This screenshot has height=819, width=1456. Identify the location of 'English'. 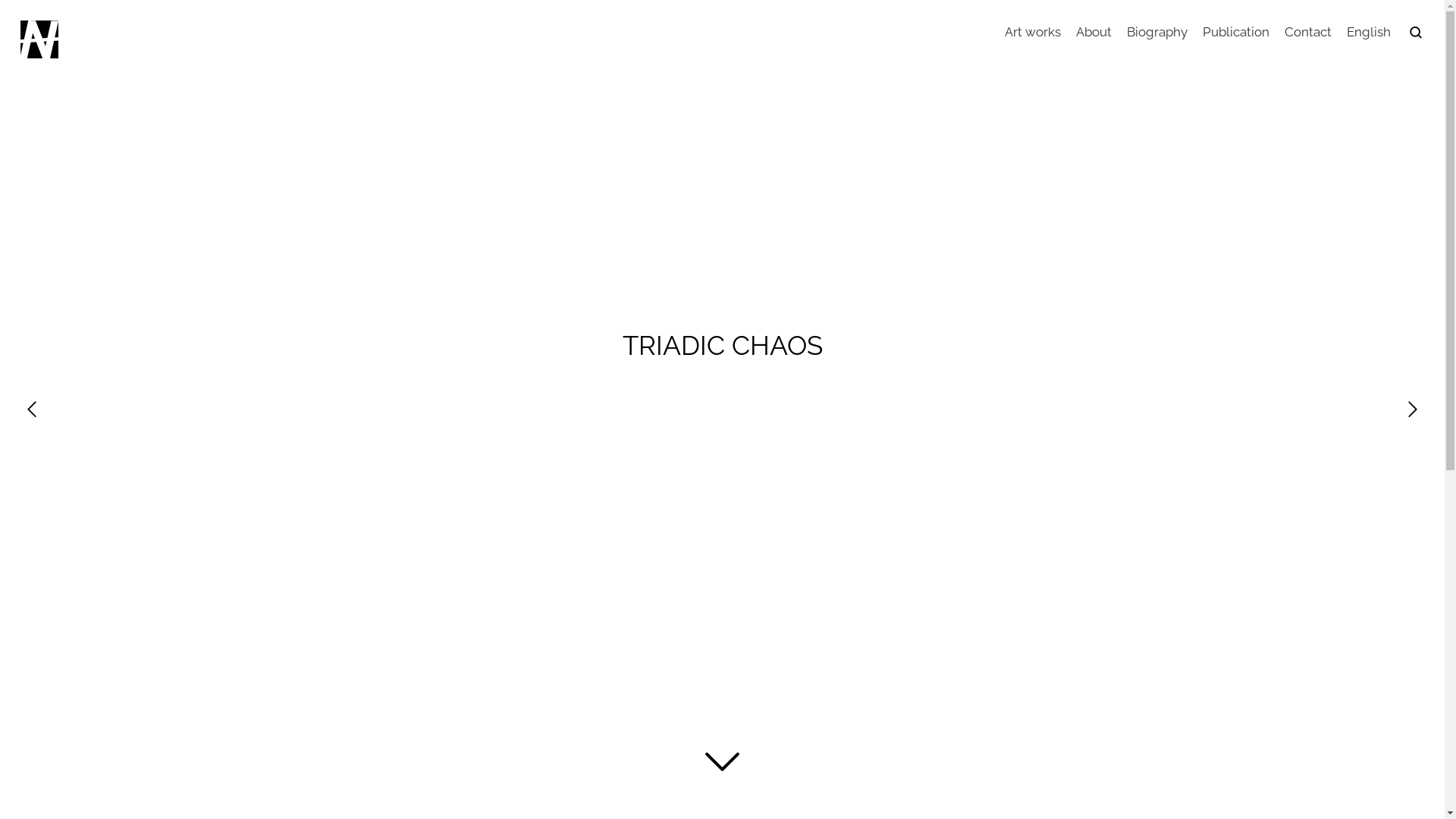
(1368, 32).